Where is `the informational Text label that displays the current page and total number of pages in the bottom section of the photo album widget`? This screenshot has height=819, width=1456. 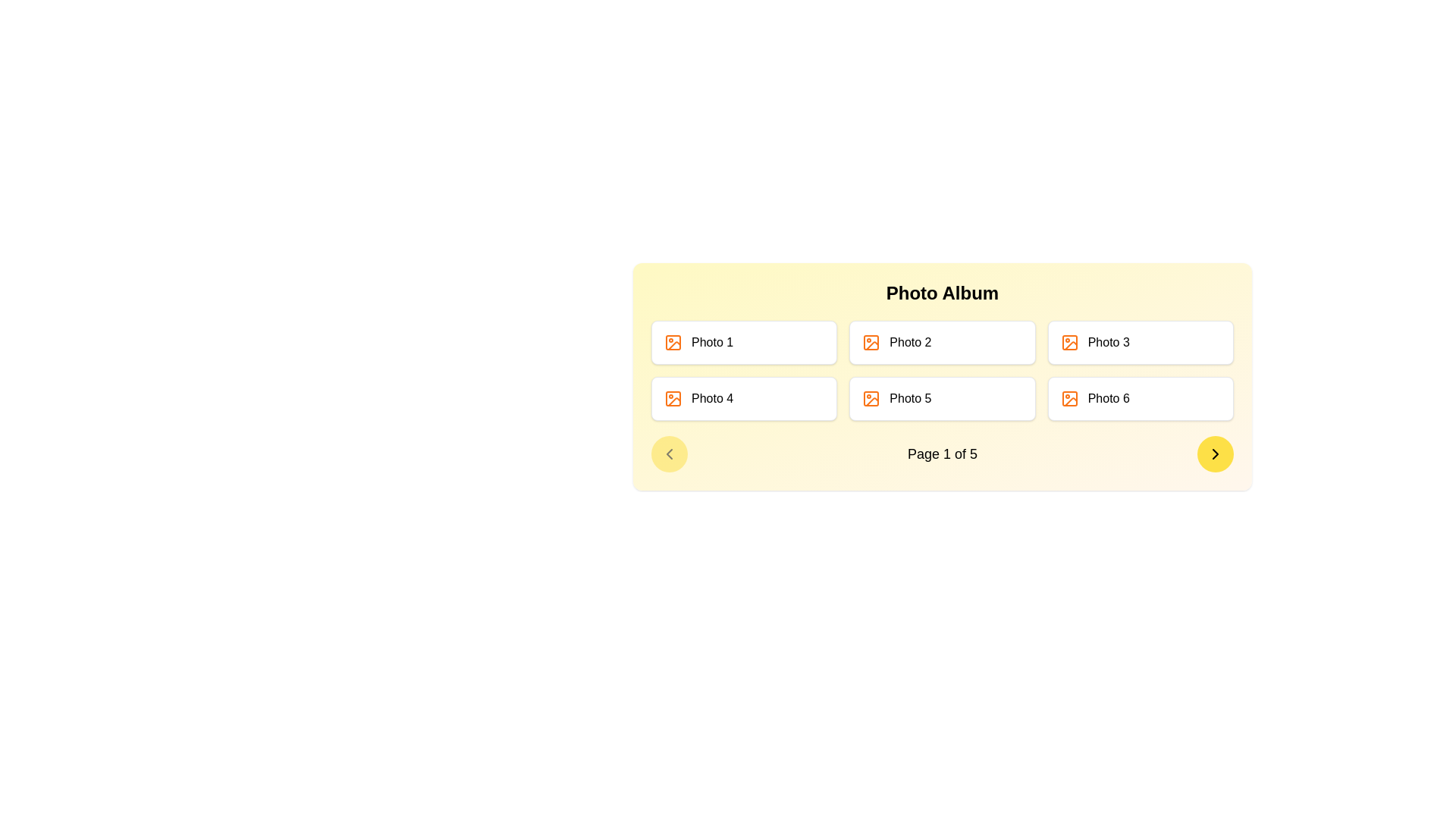
the informational Text label that displays the current page and total number of pages in the bottom section of the photo album widget is located at coordinates (942, 453).